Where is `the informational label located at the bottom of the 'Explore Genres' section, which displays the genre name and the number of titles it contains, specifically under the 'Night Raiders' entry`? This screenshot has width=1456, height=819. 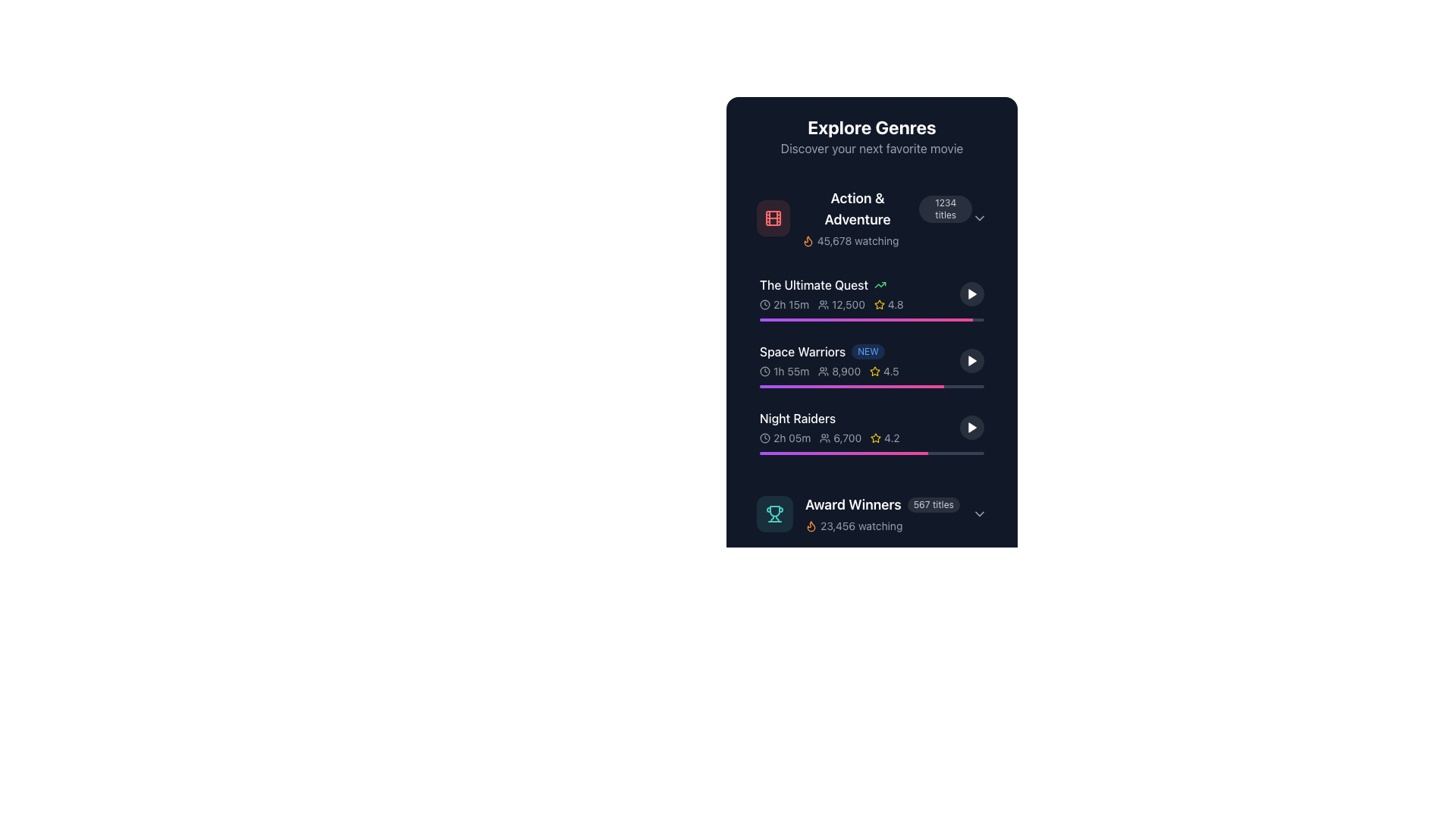
the informational label located at the bottom of the 'Explore Genres' section, which displays the genre name and the number of titles it contains, specifically under the 'Night Raiders' entry is located at coordinates (882, 505).